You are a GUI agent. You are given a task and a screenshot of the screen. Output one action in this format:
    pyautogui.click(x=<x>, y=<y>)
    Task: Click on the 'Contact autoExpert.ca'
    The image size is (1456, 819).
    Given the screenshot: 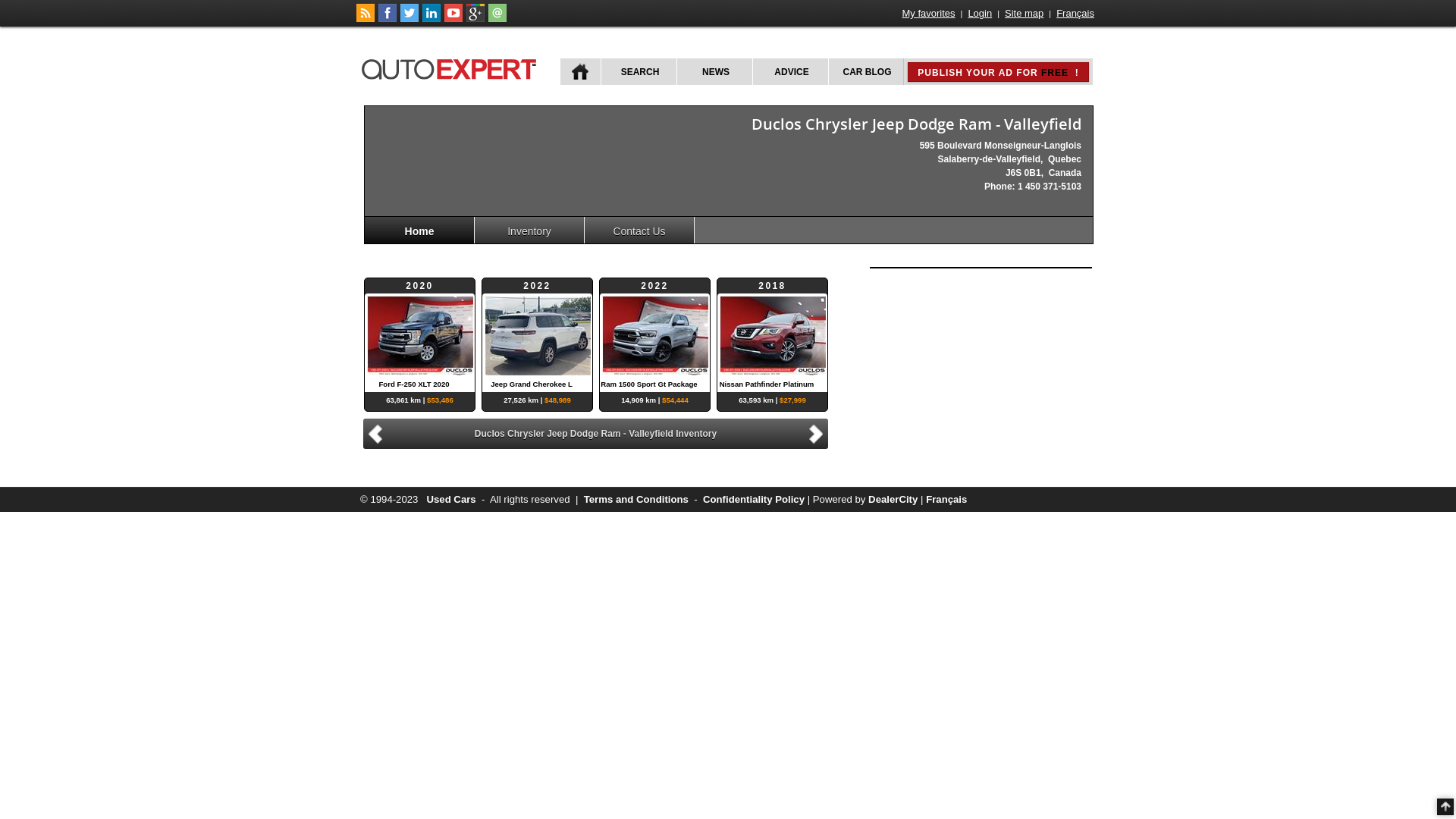 What is the action you would take?
    pyautogui.click(x=497, y=18)
    